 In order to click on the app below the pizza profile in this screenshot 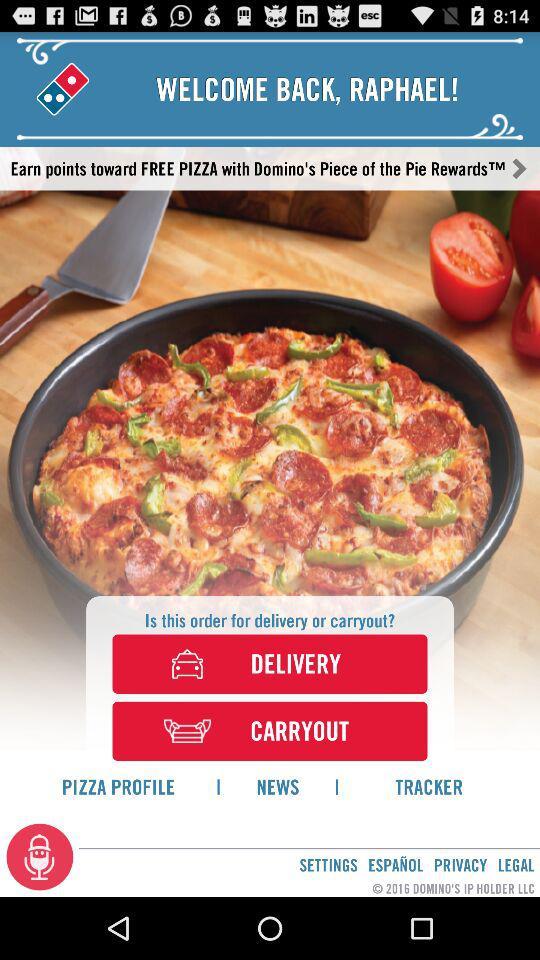, I will do `click(40, 855)`.